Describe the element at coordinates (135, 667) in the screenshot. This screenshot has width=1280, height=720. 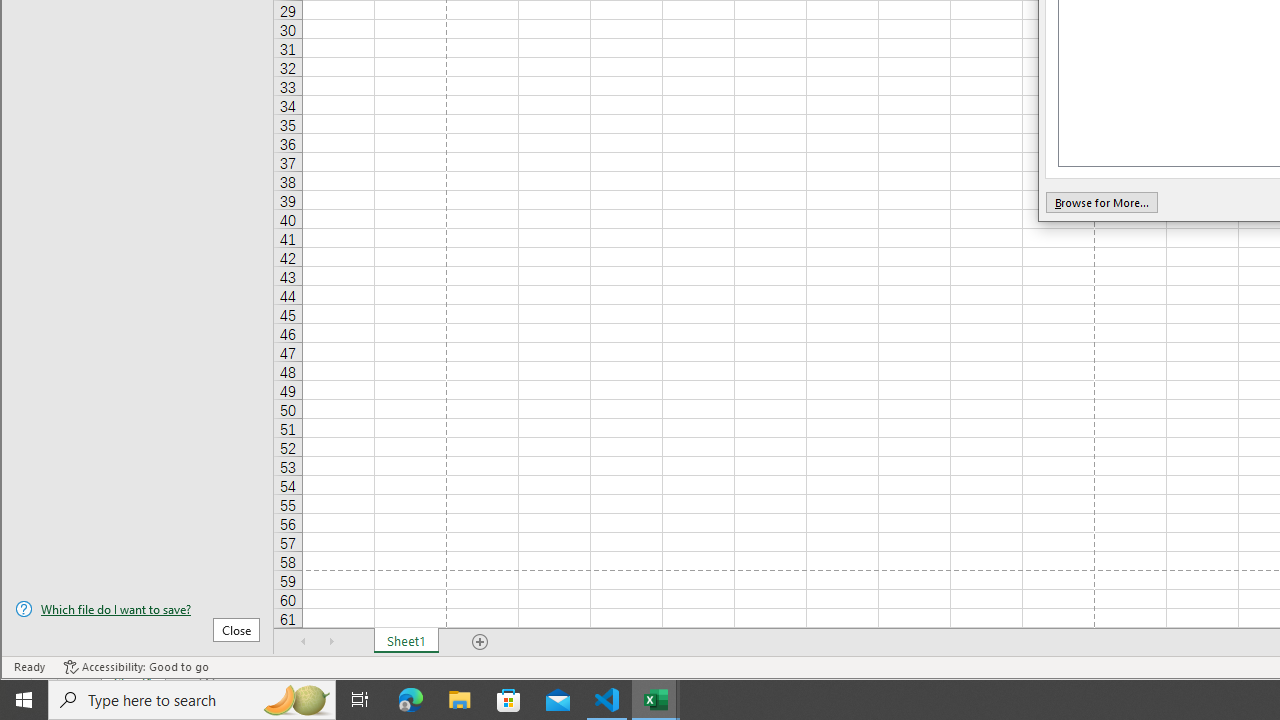
I see `'Accessibility Checker Accessibility: Good to go'` at that location.